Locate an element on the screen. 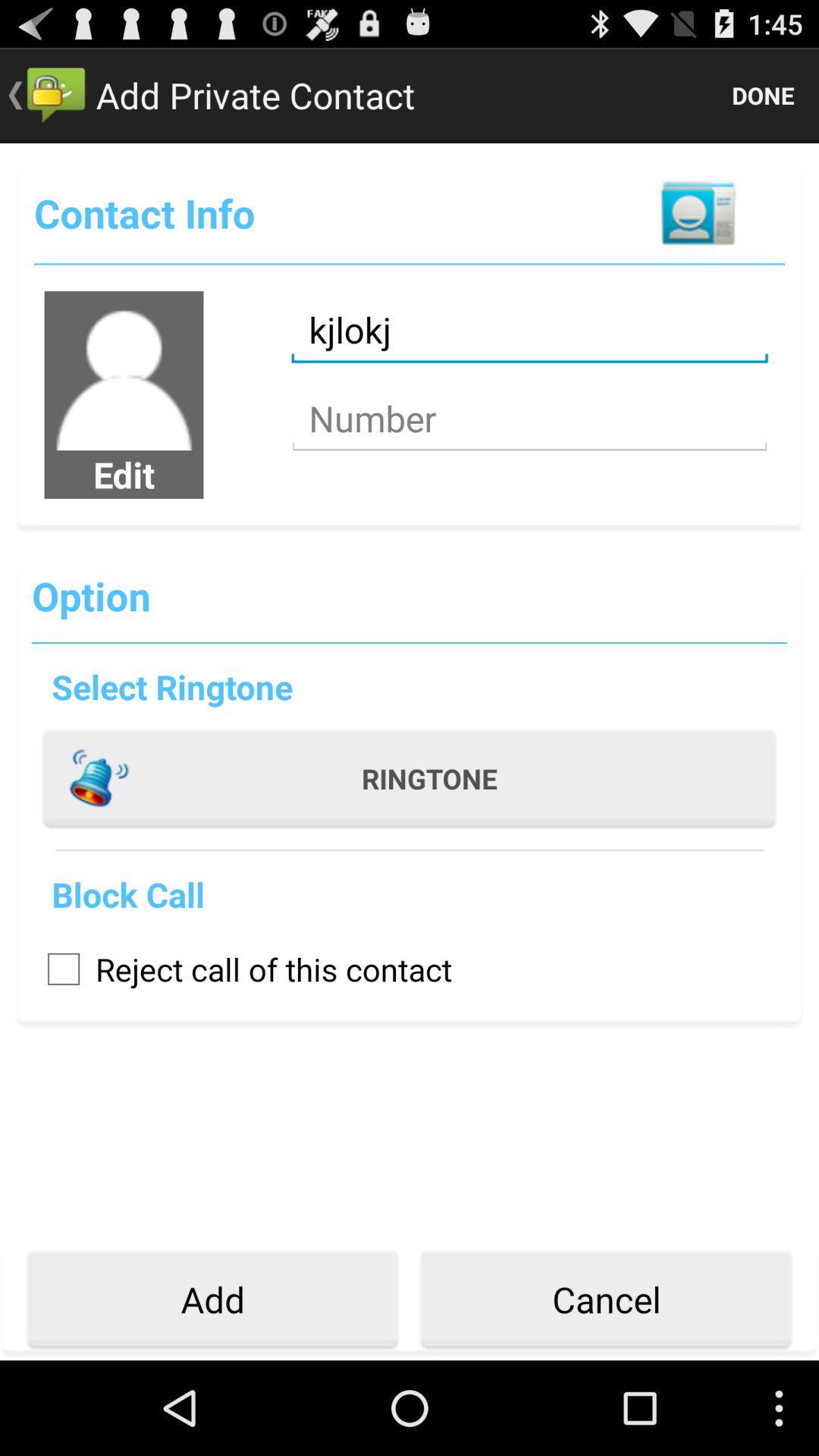  reject call of icon is located at coordinates (241, 968).